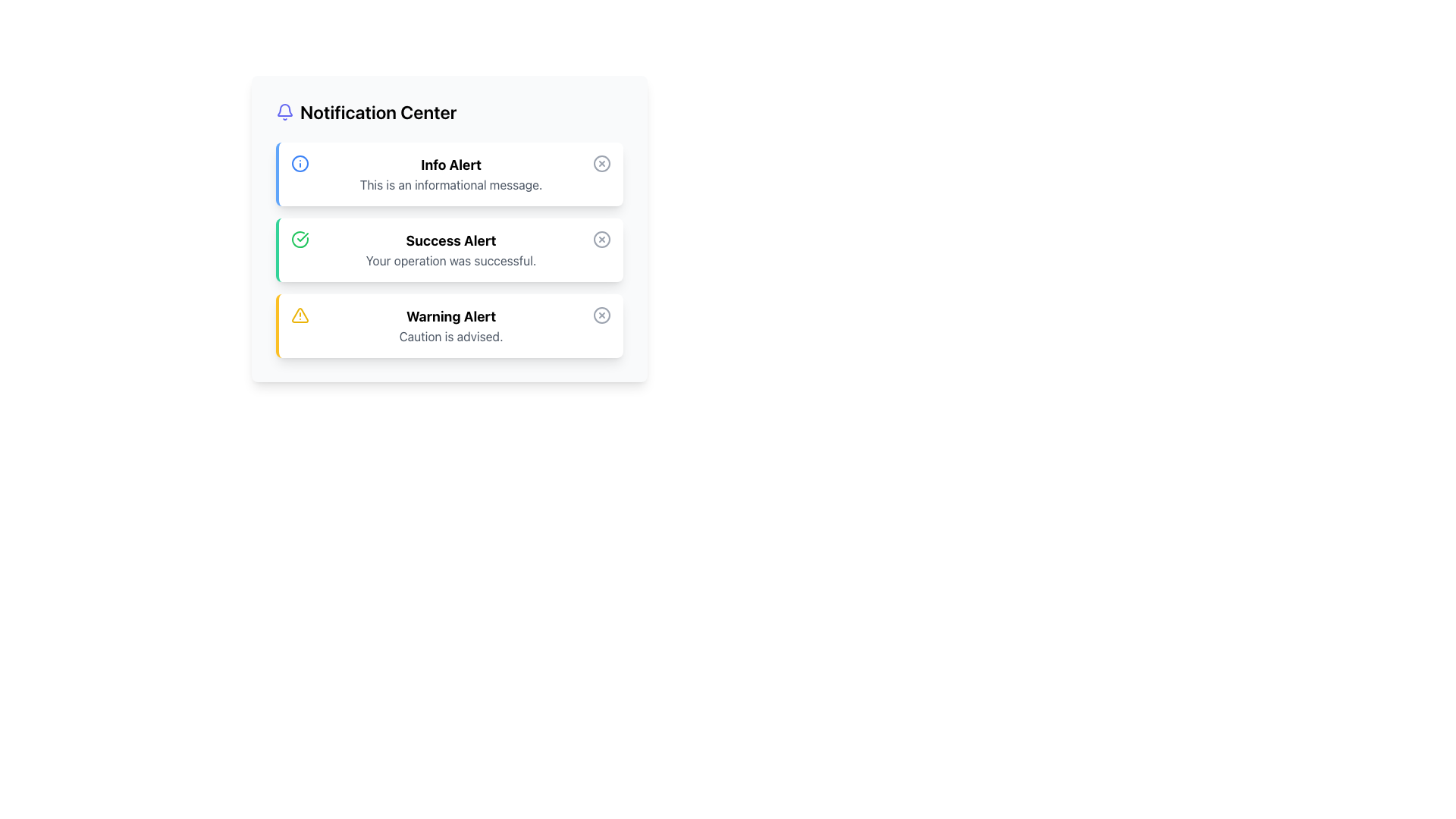  Describe the element at coordinates (450, 325) in the screenshot. I see `the 'Warning Alert' textual alert message, which has a bolded title and is styled in a card-like component with a yellow border, located in the Notification Center panel` at that location.